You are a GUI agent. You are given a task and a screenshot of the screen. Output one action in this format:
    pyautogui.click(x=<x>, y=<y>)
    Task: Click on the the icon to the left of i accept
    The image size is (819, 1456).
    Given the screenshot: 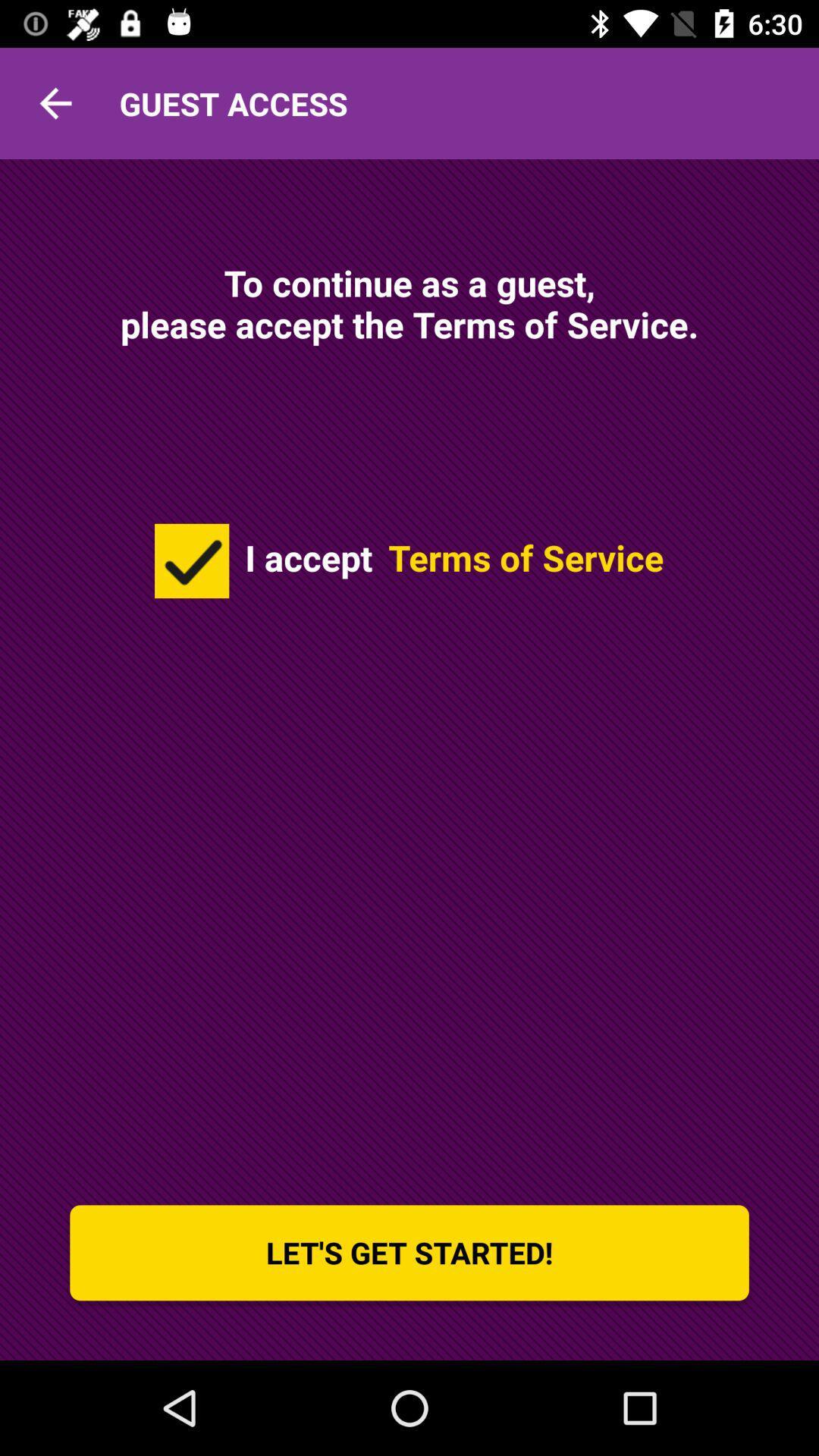 What is the action you would take?
    pyautogui.click(x=191, y=560)
    